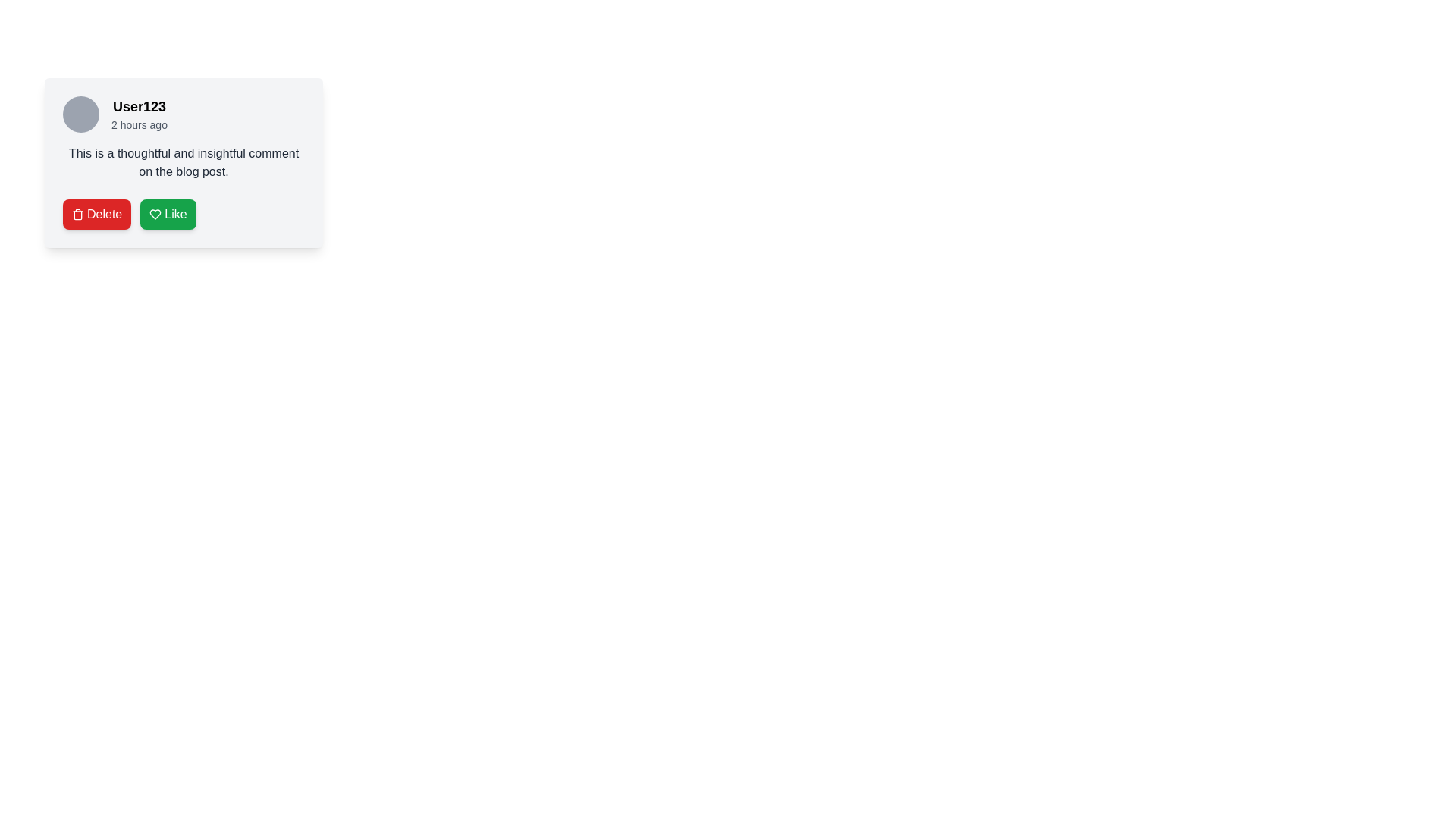  Describe the element at coordinates (139, 106) in the screenshot. I see `username displayed as 'User123' in bold at the top of the user comment card, adjacent to the circular user avatar` at that location.